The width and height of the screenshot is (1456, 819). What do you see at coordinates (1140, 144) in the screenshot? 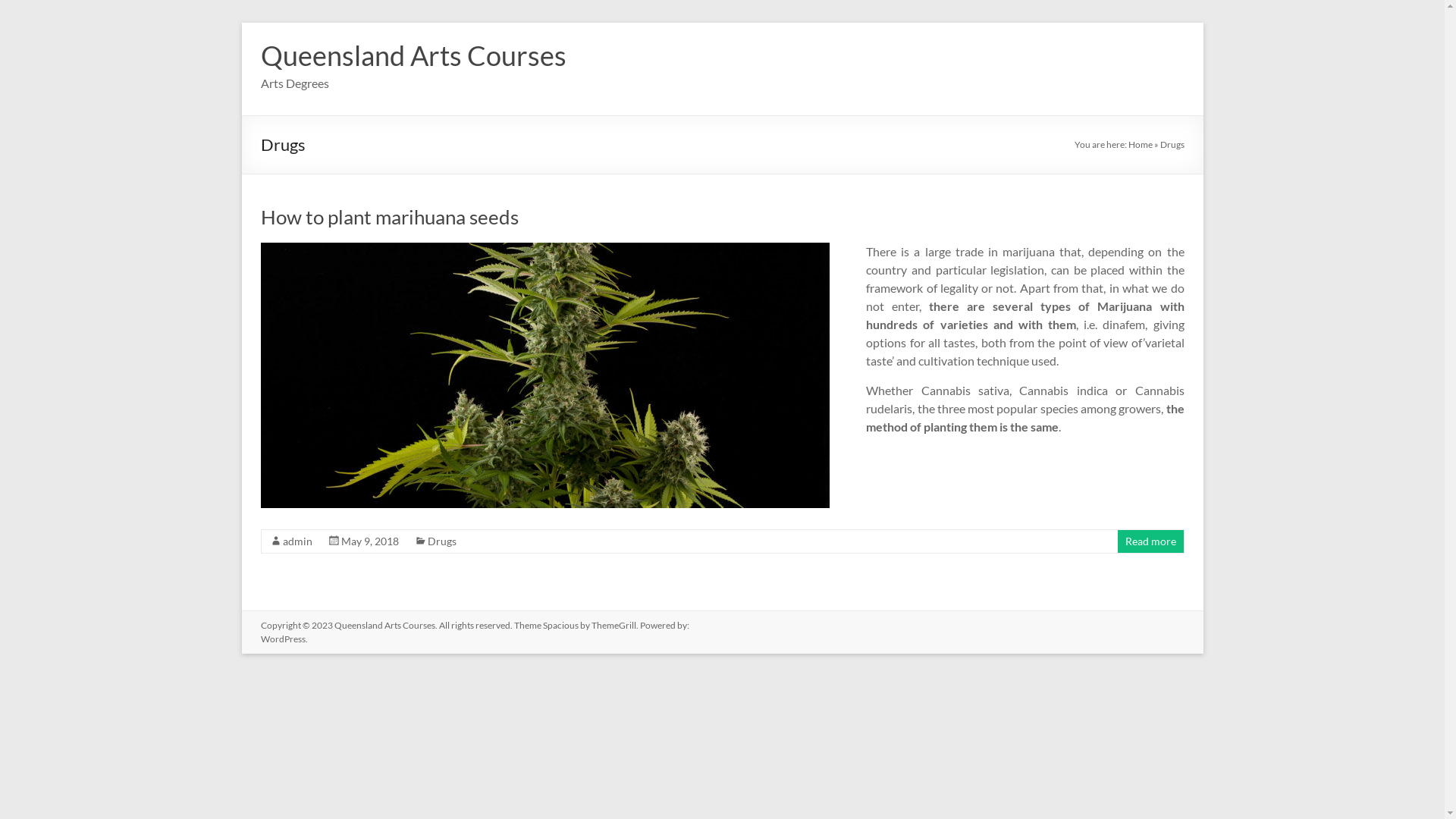
I see `'Home'` at bounding box center [1140, 144].